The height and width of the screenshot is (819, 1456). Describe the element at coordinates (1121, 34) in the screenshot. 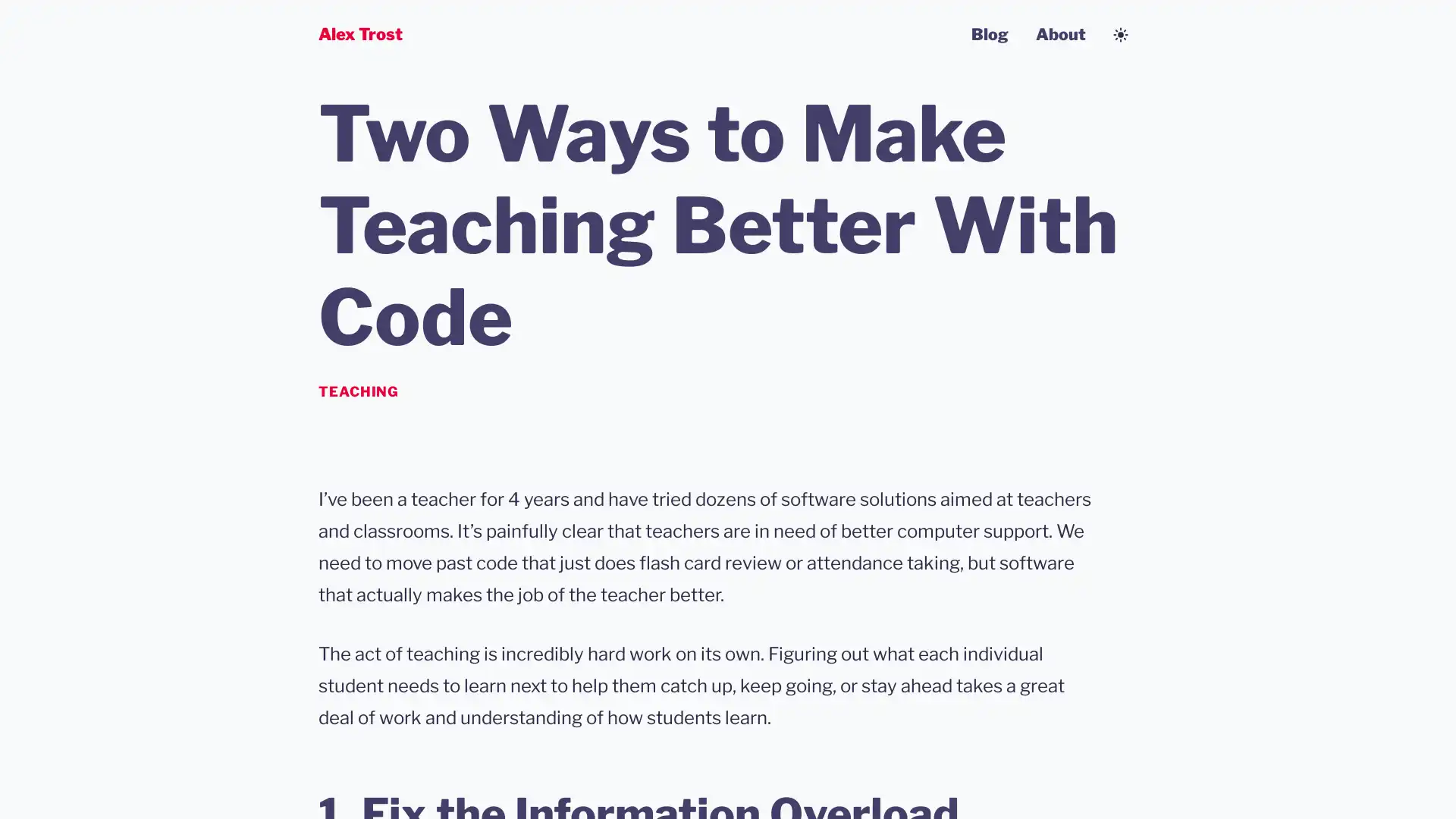

I see `Change to dark mode` at that location.